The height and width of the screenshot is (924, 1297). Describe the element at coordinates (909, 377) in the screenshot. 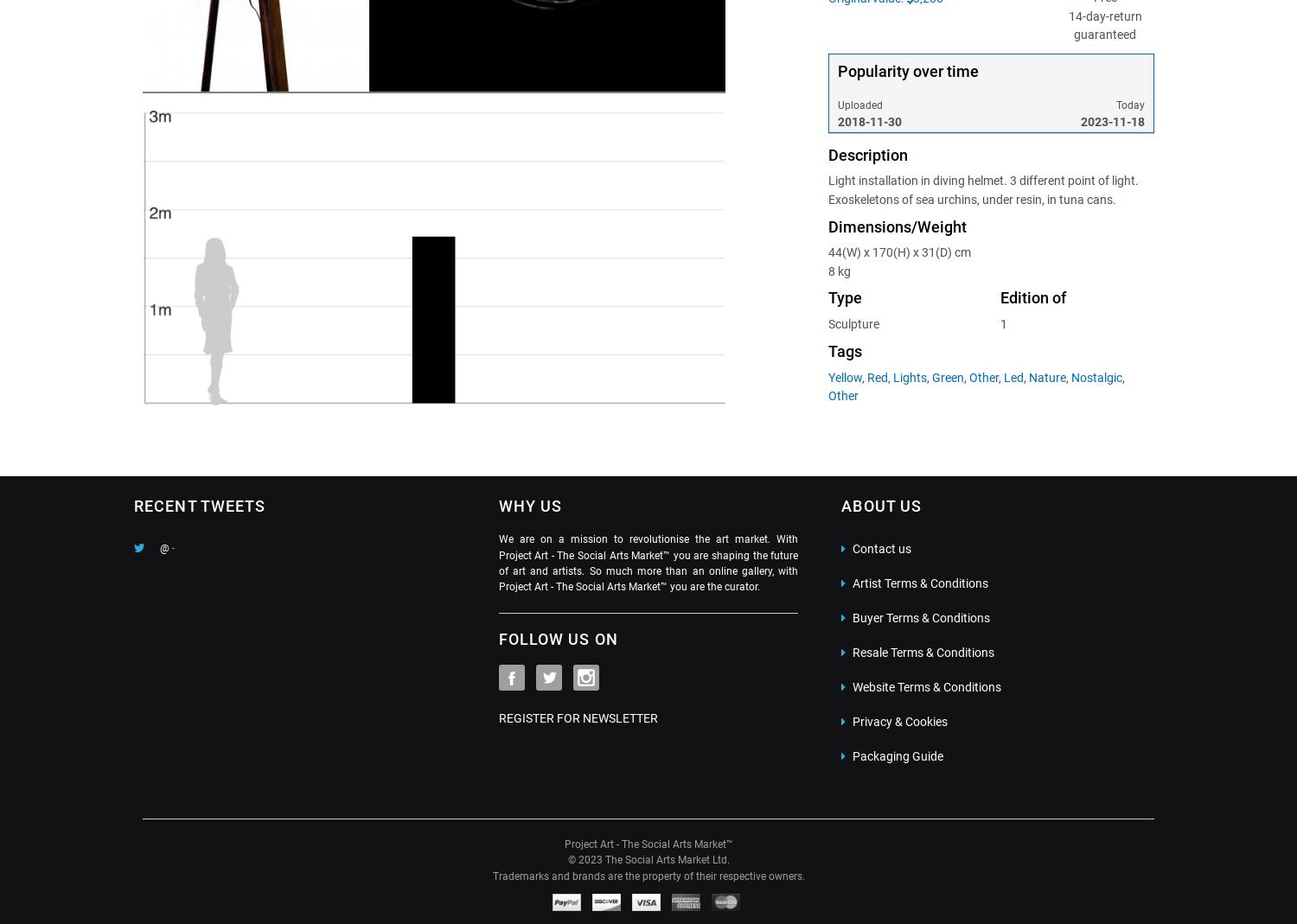

I see `'Lights'` at that location.